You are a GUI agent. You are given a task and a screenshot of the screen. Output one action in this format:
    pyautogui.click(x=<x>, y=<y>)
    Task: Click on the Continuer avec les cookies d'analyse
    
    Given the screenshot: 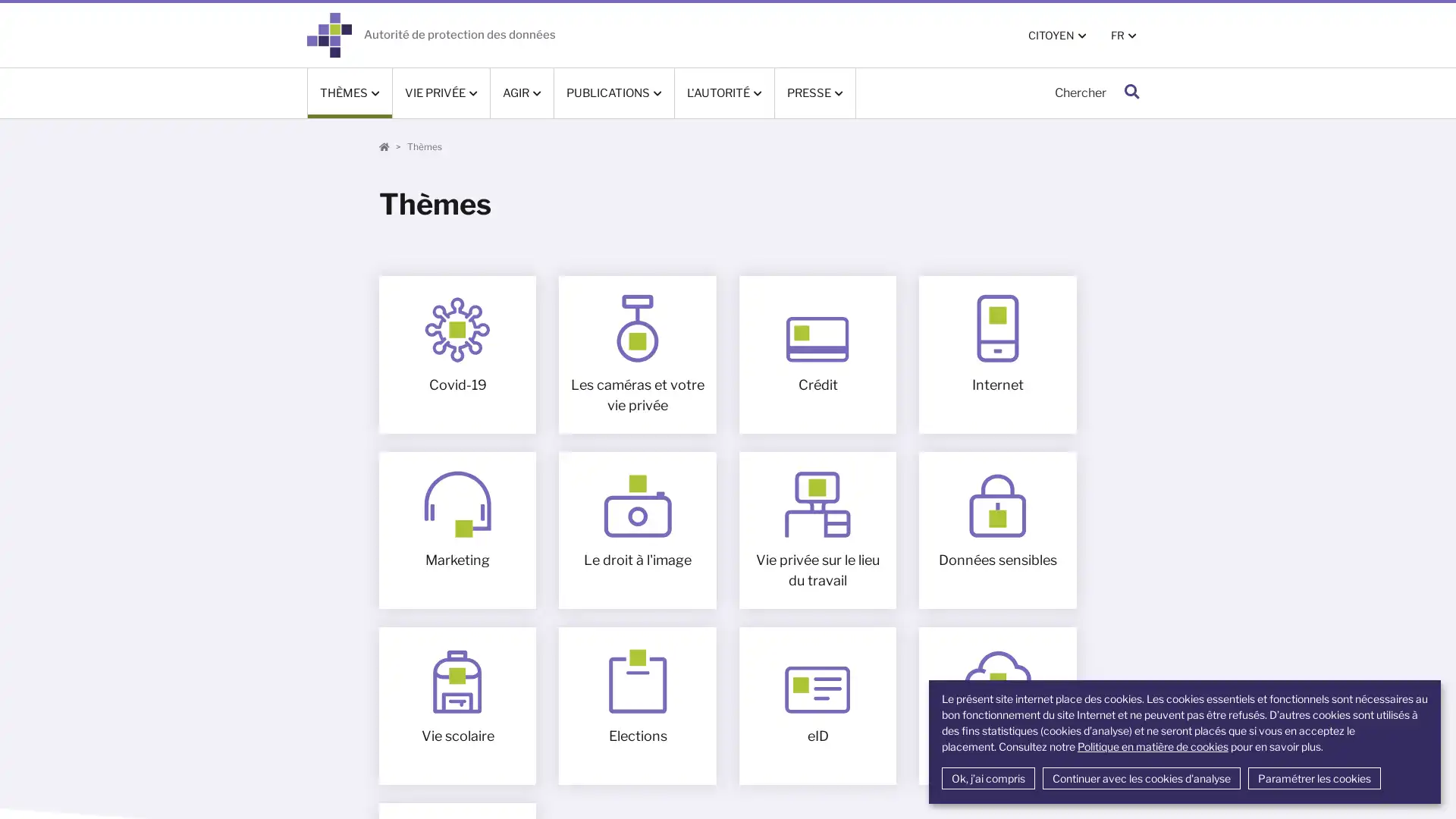 What is the action you would take?
    pyautogui.click(x=1141, y=778)
    